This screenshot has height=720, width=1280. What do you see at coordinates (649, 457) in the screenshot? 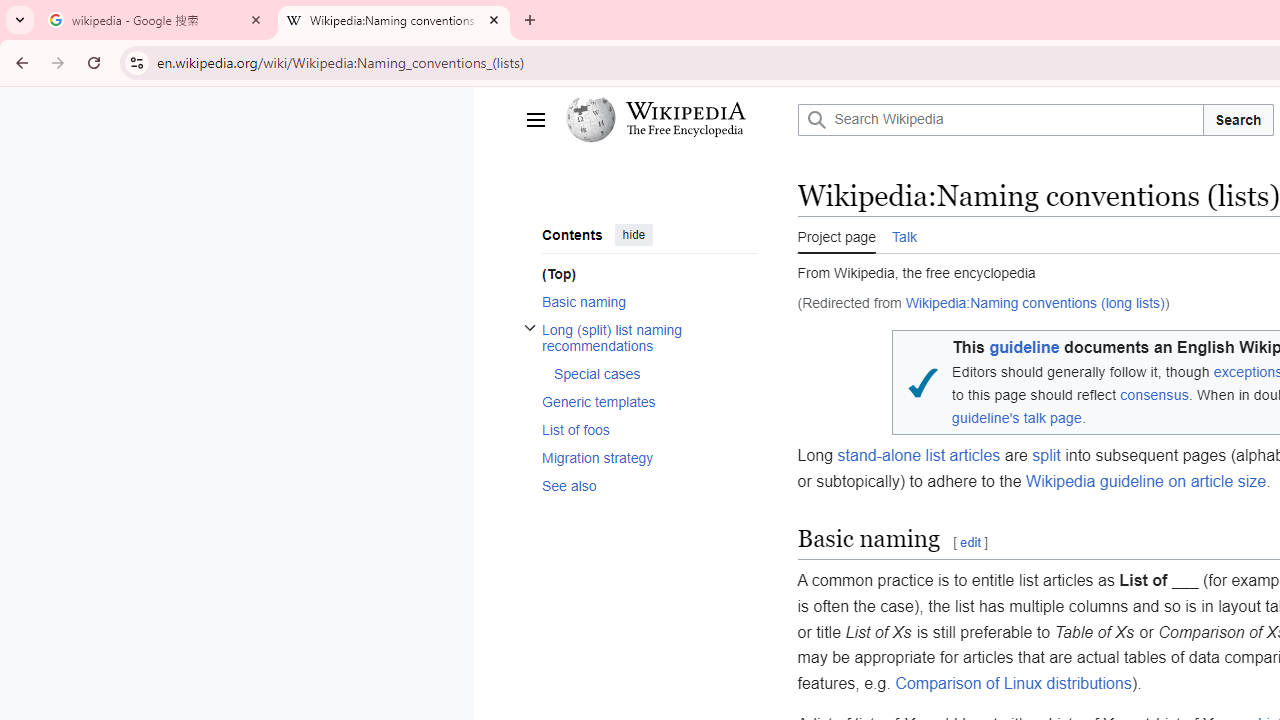
I see `'Migration strategy'` at bounding box center [649, 457].